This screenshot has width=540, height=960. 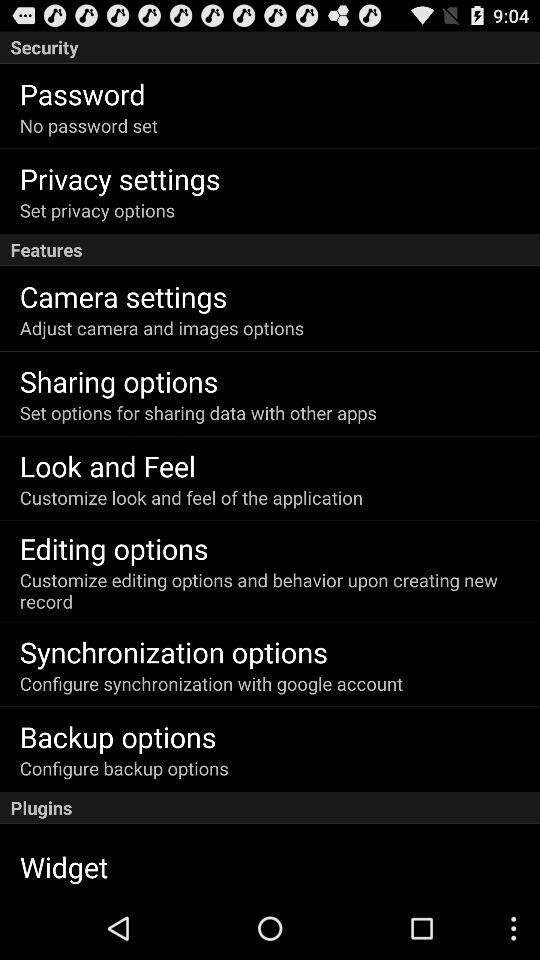 I want to click on the plugins, so click(x=270, y=808).